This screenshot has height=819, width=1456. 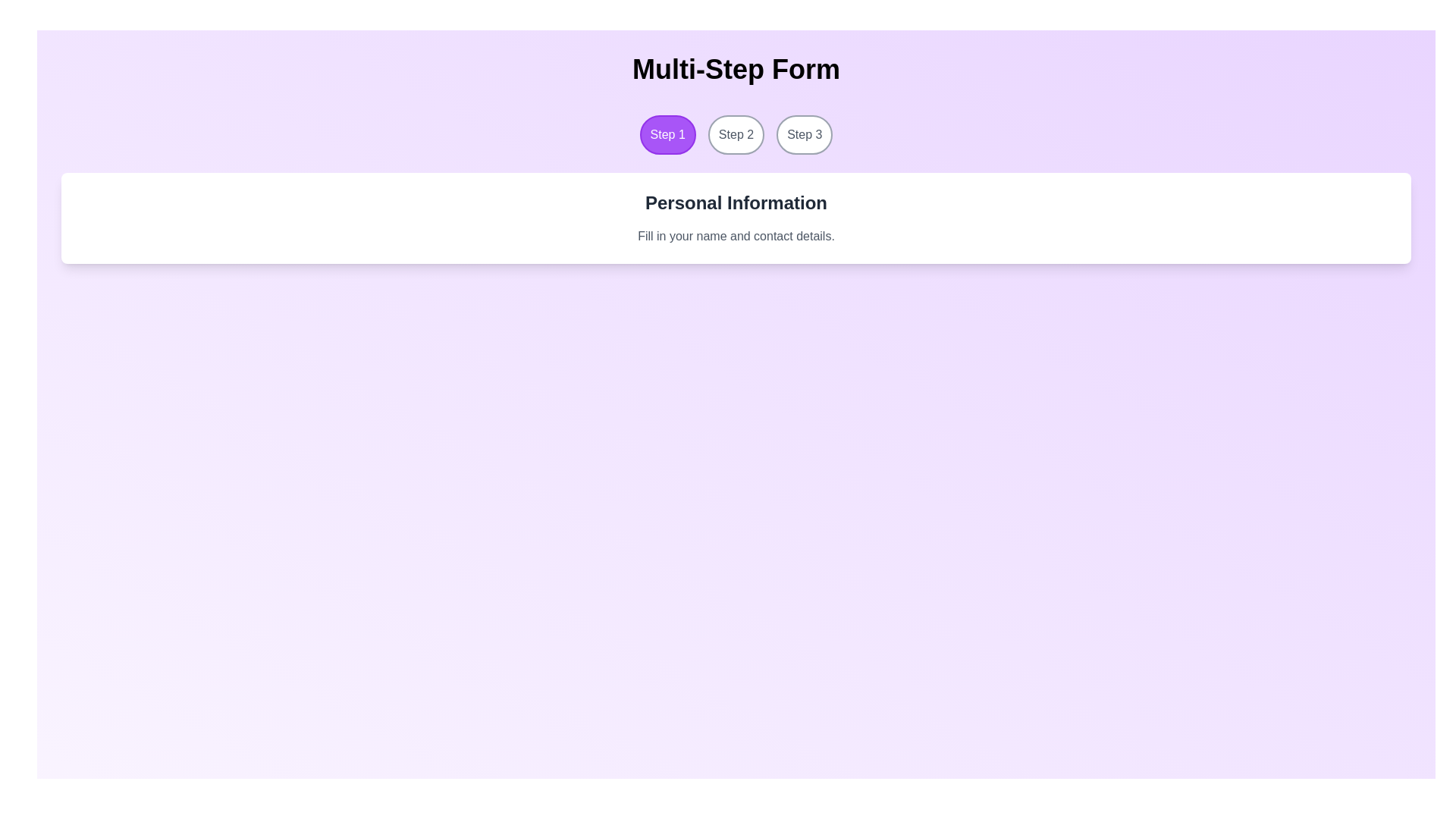 I want to click on the 'Step 2' button in the multi-step form, so click(x=736, y=133).